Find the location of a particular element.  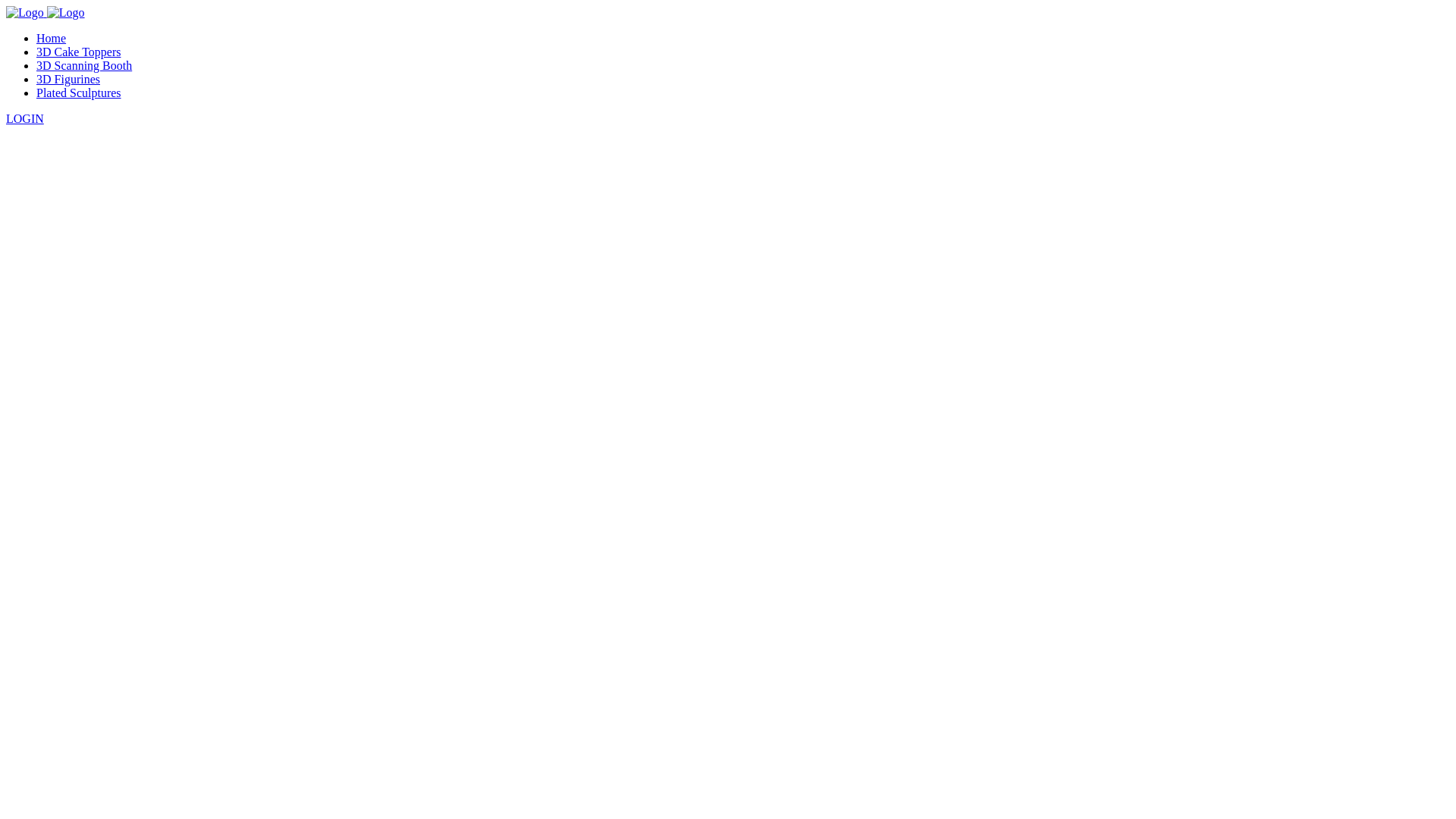

'3D Scanning Booth' is located at coordinates (83, 64).